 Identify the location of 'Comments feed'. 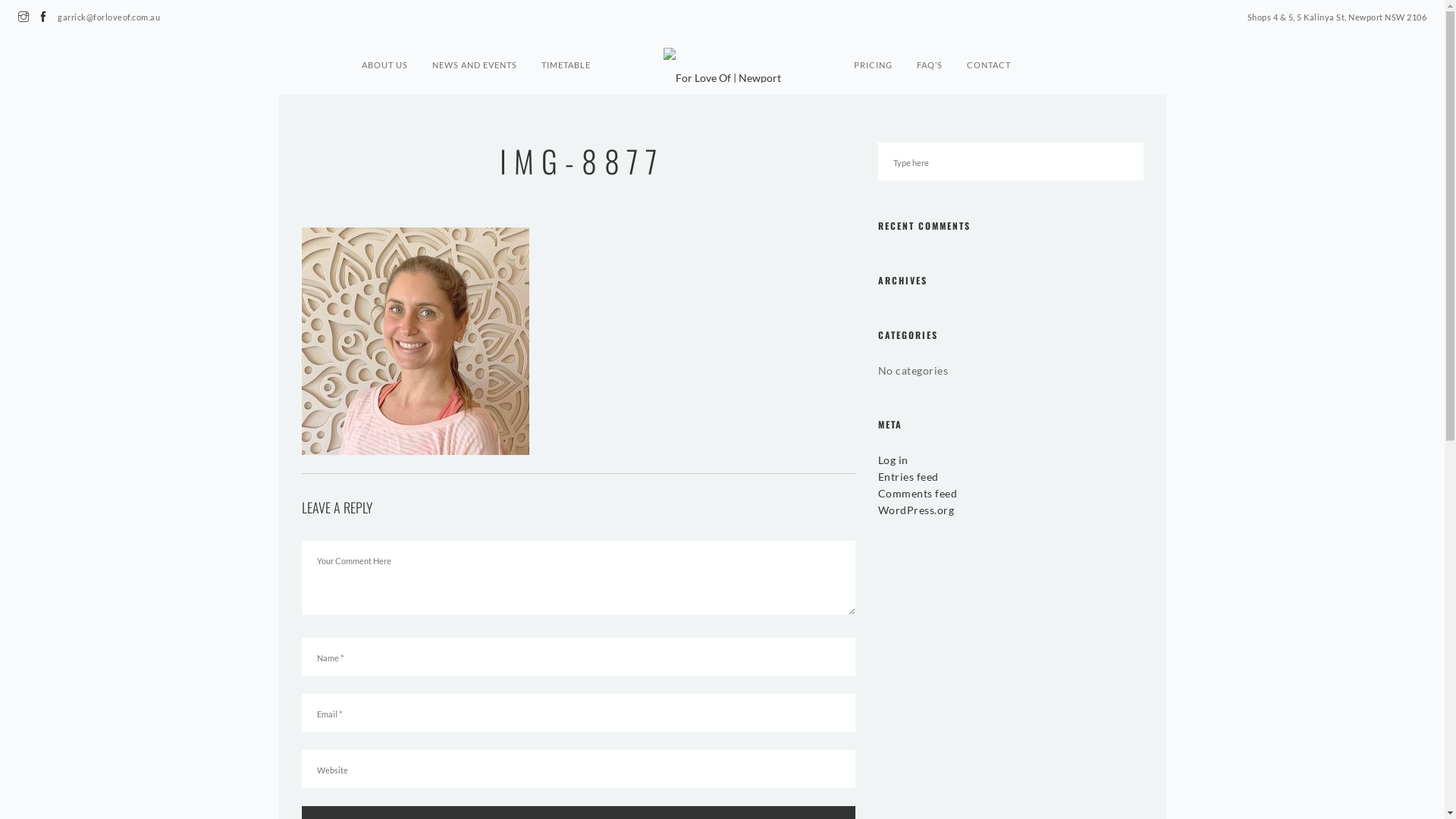
(917, 493).